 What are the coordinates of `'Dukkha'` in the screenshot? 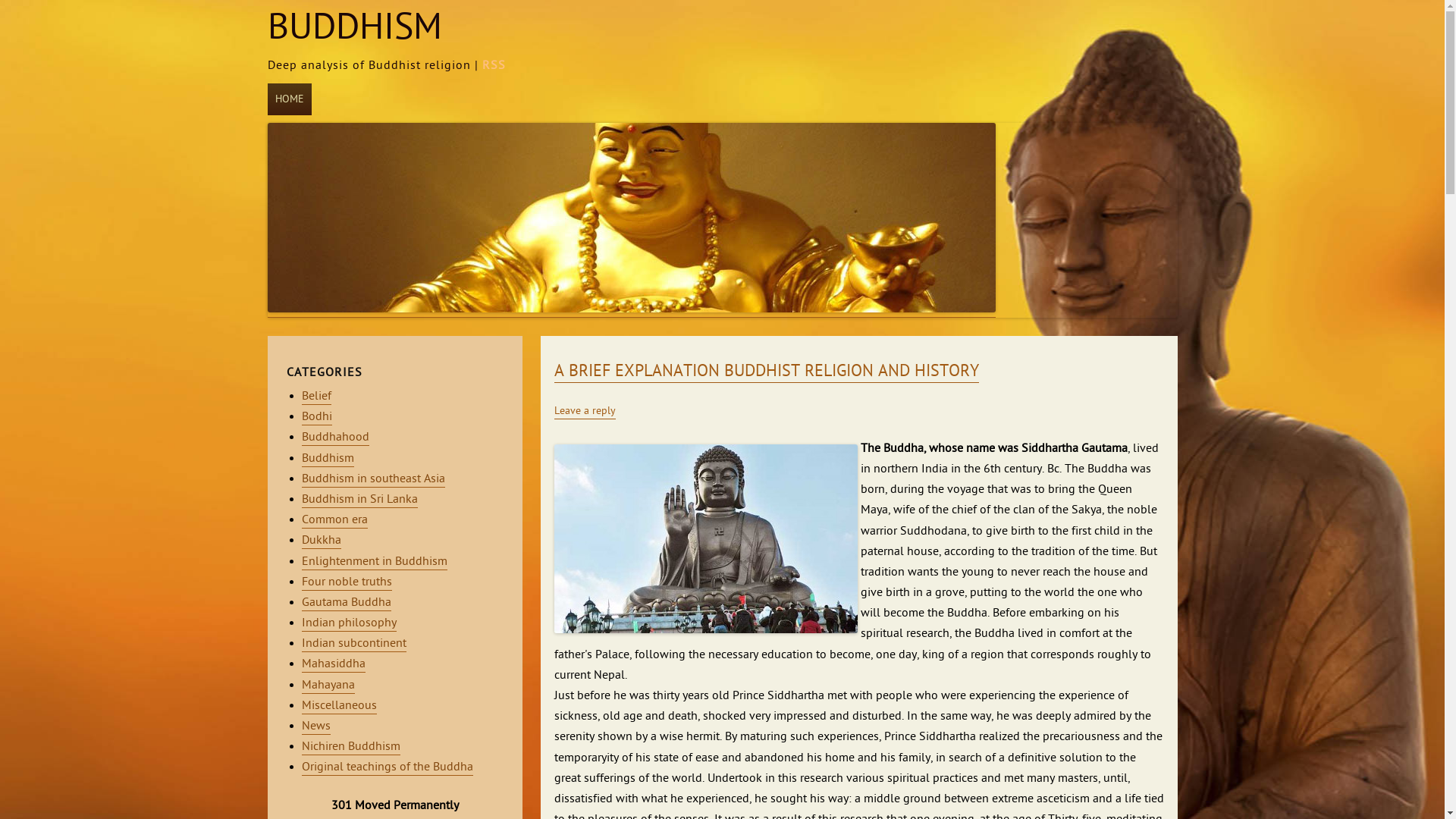 It's located at (320, 540).